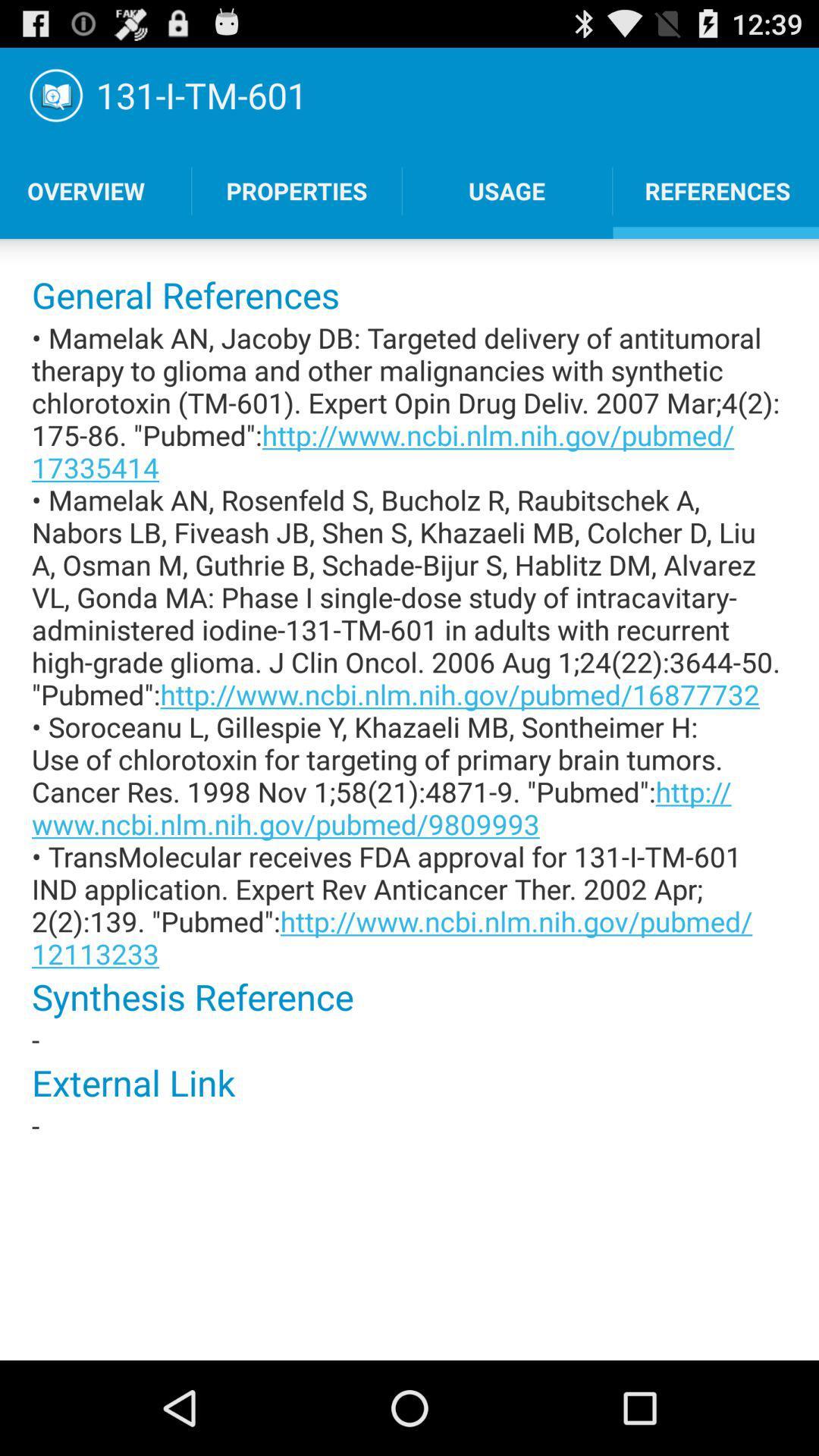 The width and height of the screenshot is (819, 1456). I want to click on the icon which is at the top left of the page, so click(55, 94).